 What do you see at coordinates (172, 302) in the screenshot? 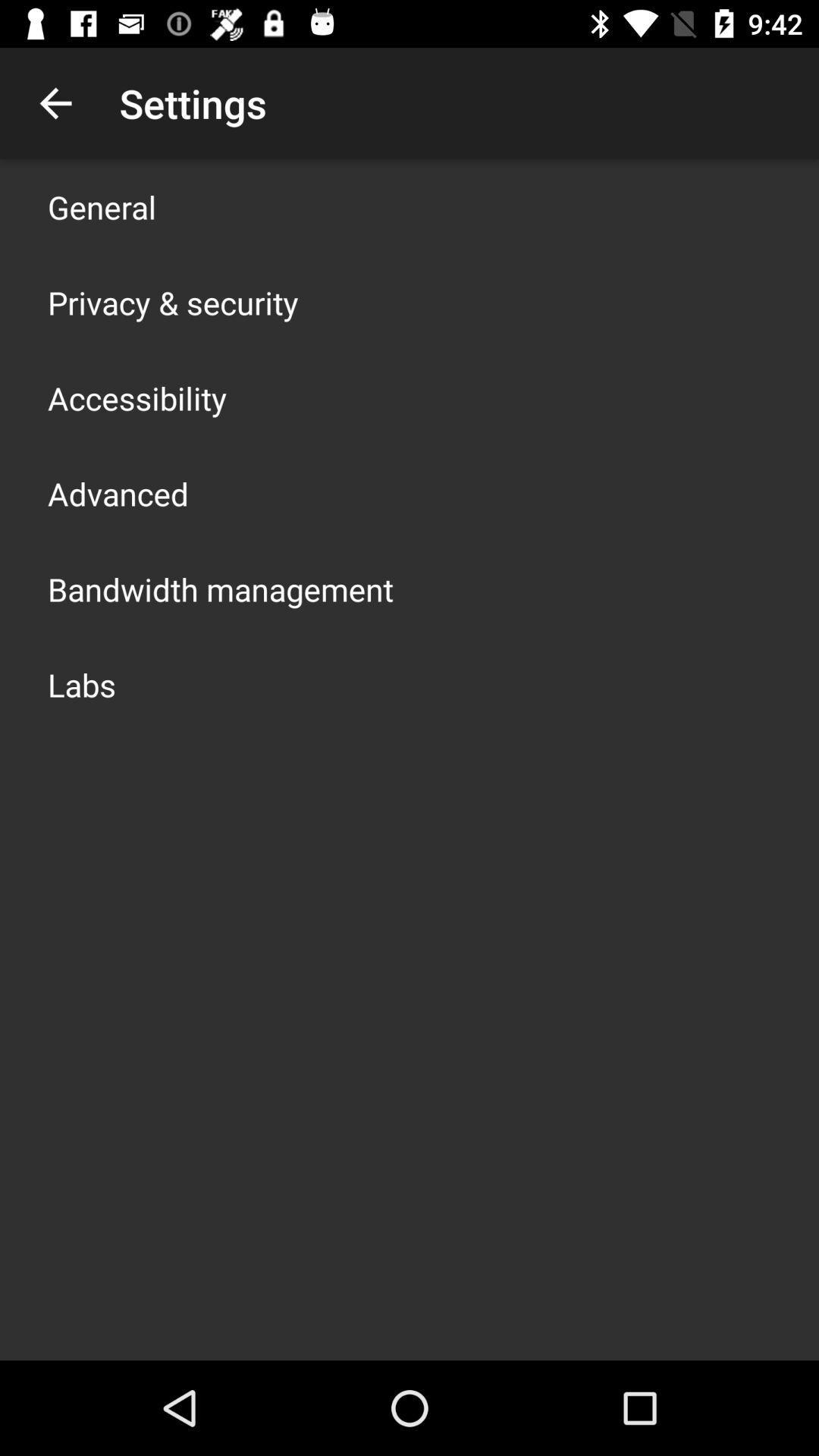
I see `the privacy & security item` at bounding box center [172, 302].